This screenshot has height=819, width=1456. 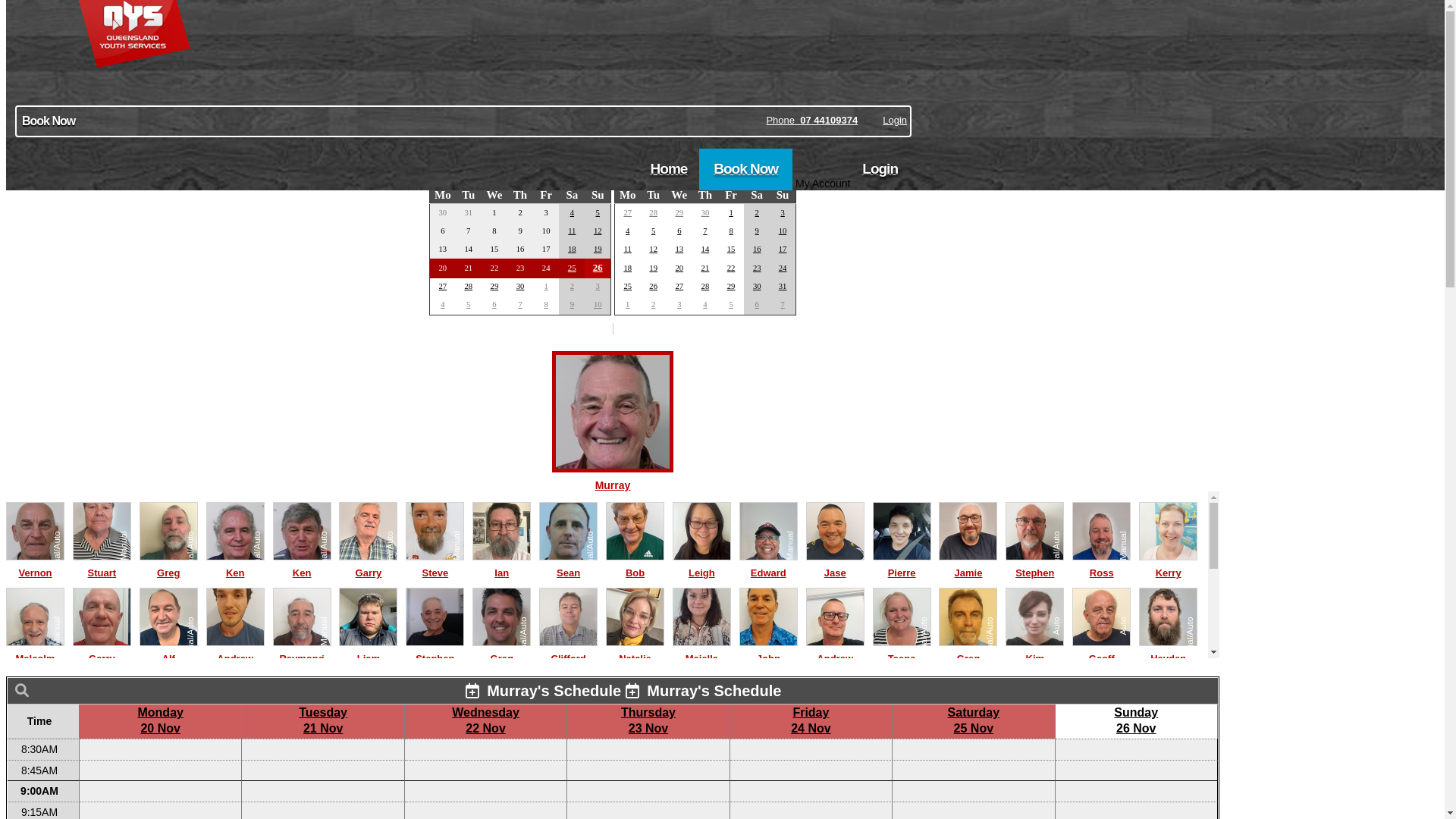 I want to click on '5', so click(x=730, y=304).